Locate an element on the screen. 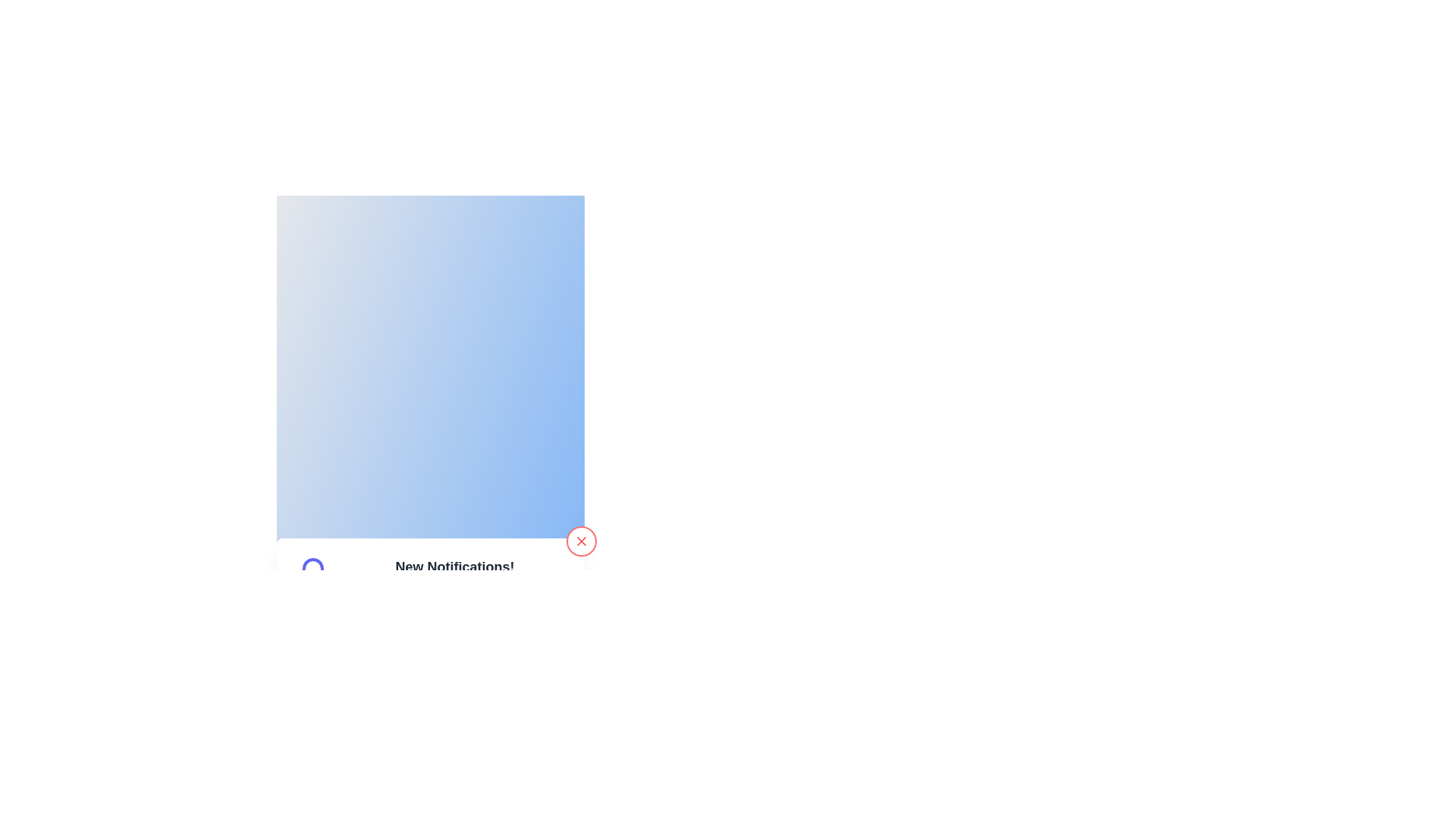 Image resolution: width=1456 pixels, height=819 pixels. the dismiss button located at the top-right corner of the notification card displaying 'New Notifications!' is located at coordinates (581, 540).